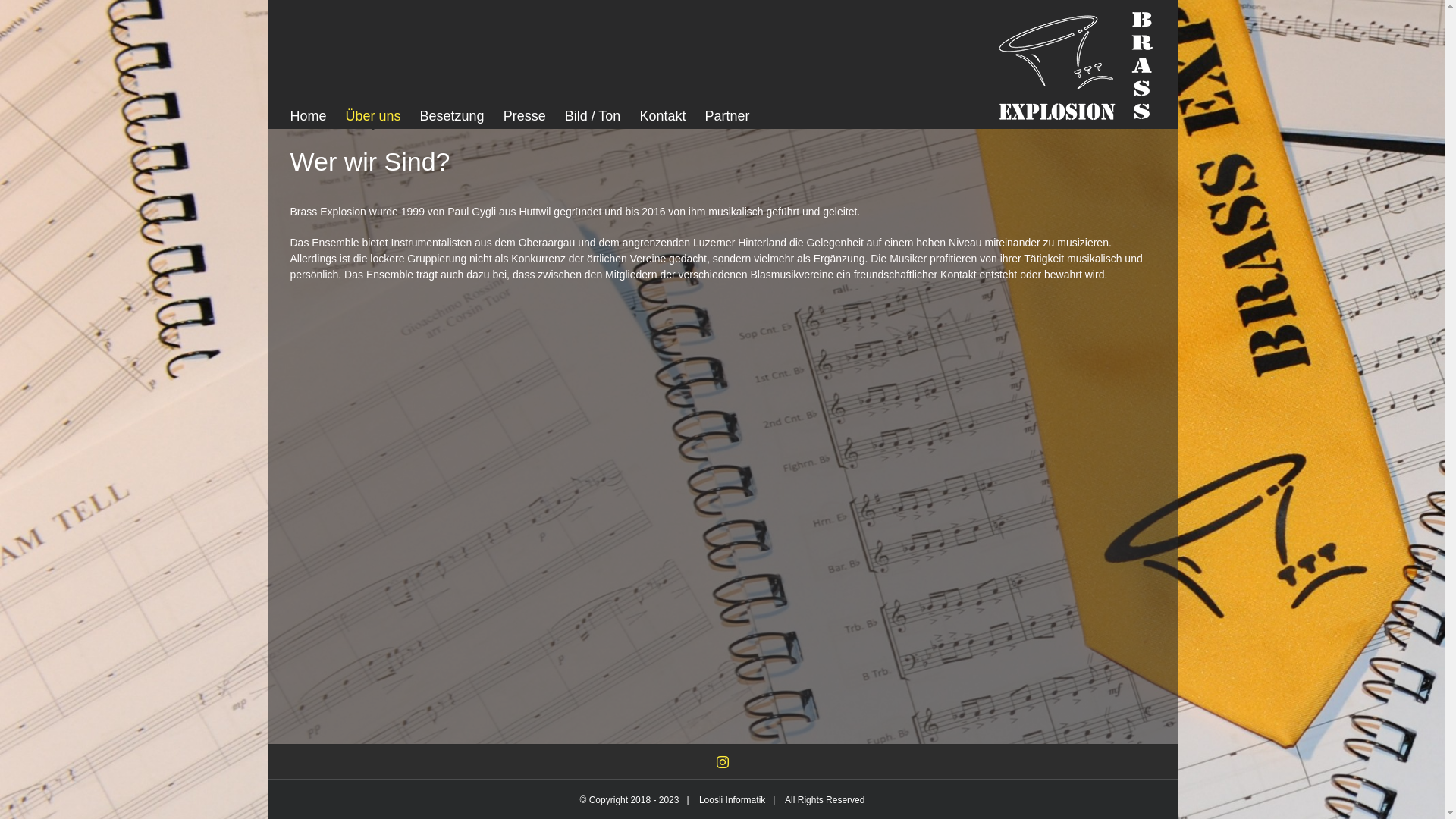  I want to click on 'Bild / Ton', so click(592, 115).